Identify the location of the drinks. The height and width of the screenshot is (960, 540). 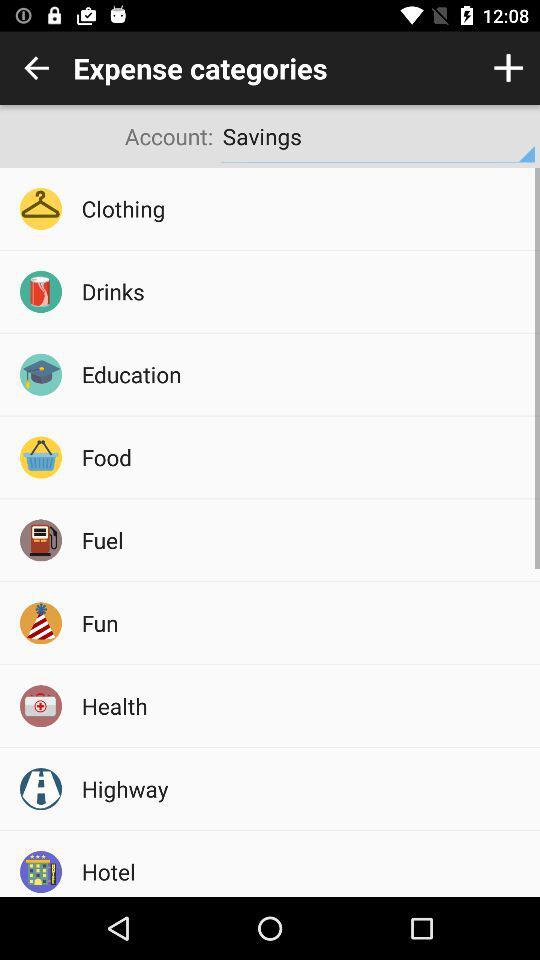
(303, 290).